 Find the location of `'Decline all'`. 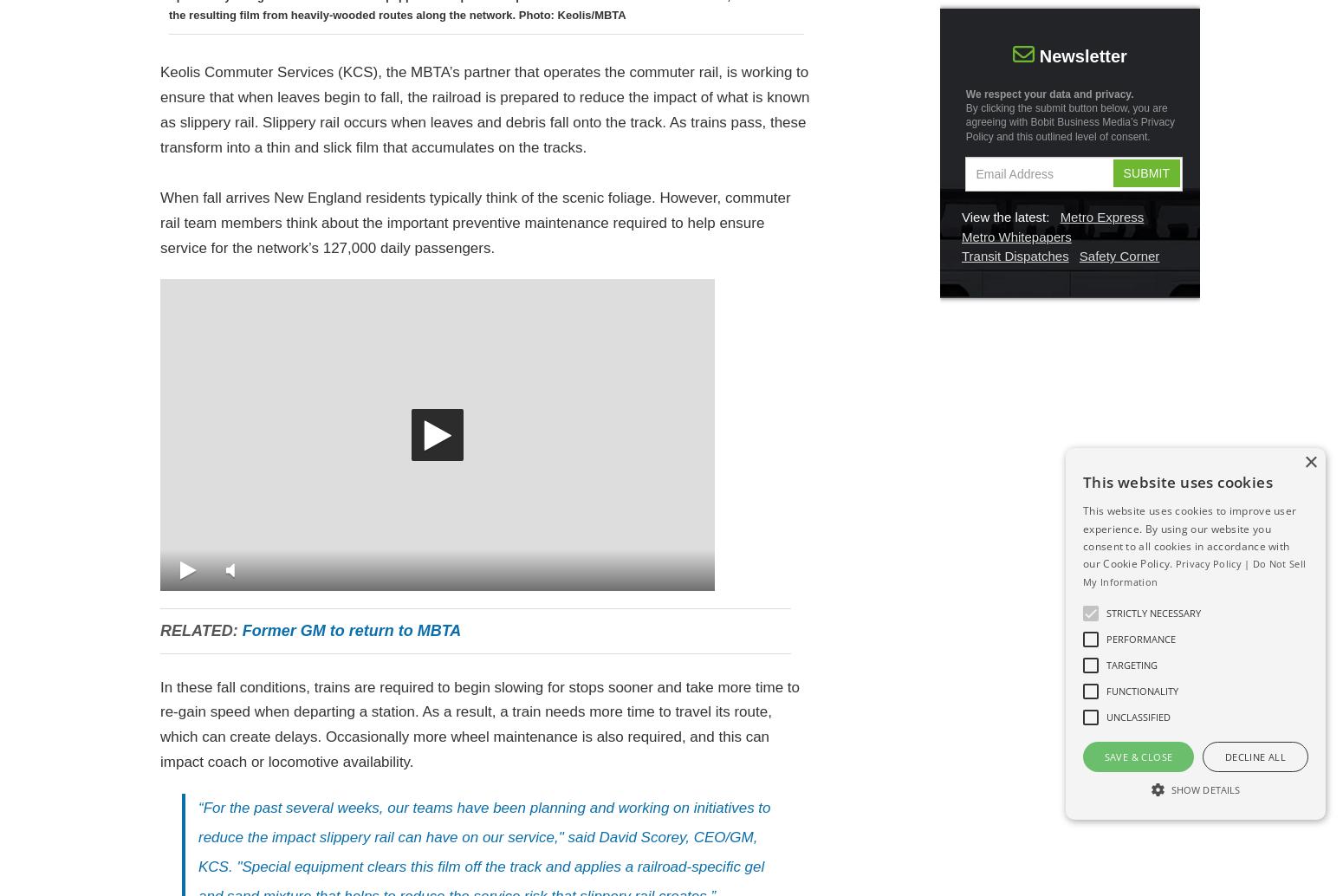

'Decline all' is located at coordinates (1254, 756).